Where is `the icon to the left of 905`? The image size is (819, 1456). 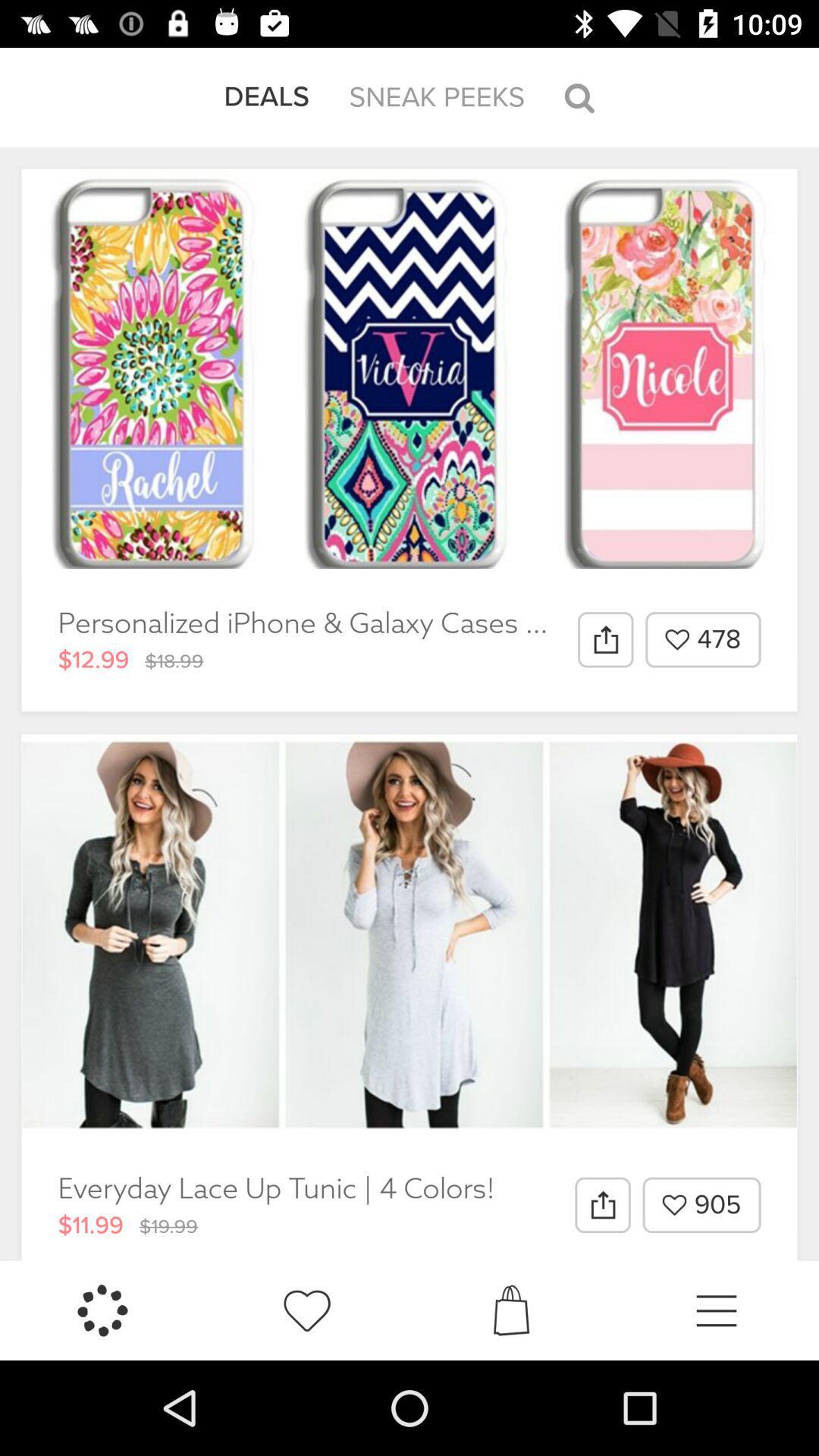 the icon to the left of 905 is located at coordinates (601, 1204).